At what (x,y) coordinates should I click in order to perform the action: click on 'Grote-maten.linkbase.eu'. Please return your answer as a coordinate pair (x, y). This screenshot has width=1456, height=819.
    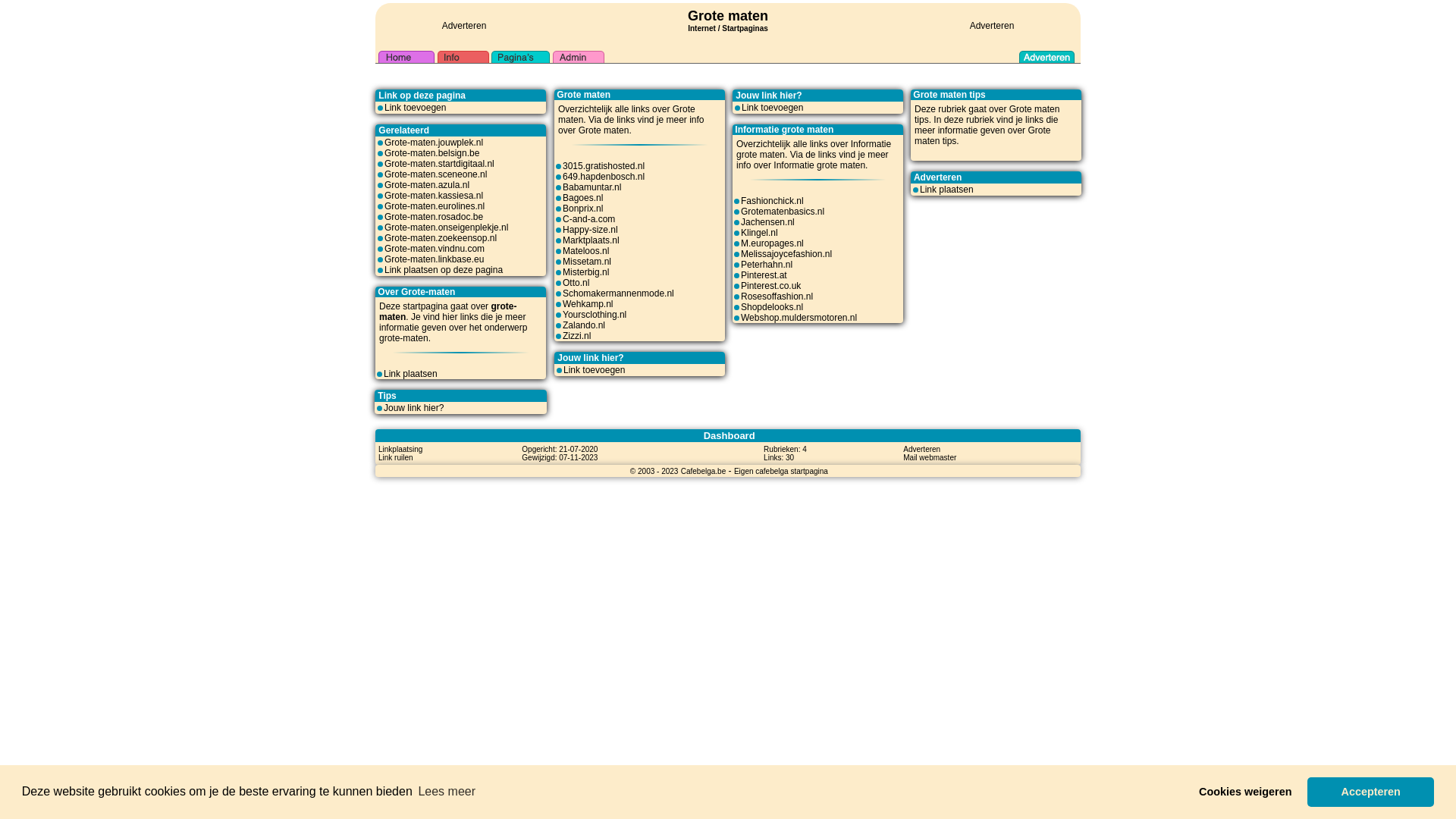
    Looking at the image, I should click on (433, 259).